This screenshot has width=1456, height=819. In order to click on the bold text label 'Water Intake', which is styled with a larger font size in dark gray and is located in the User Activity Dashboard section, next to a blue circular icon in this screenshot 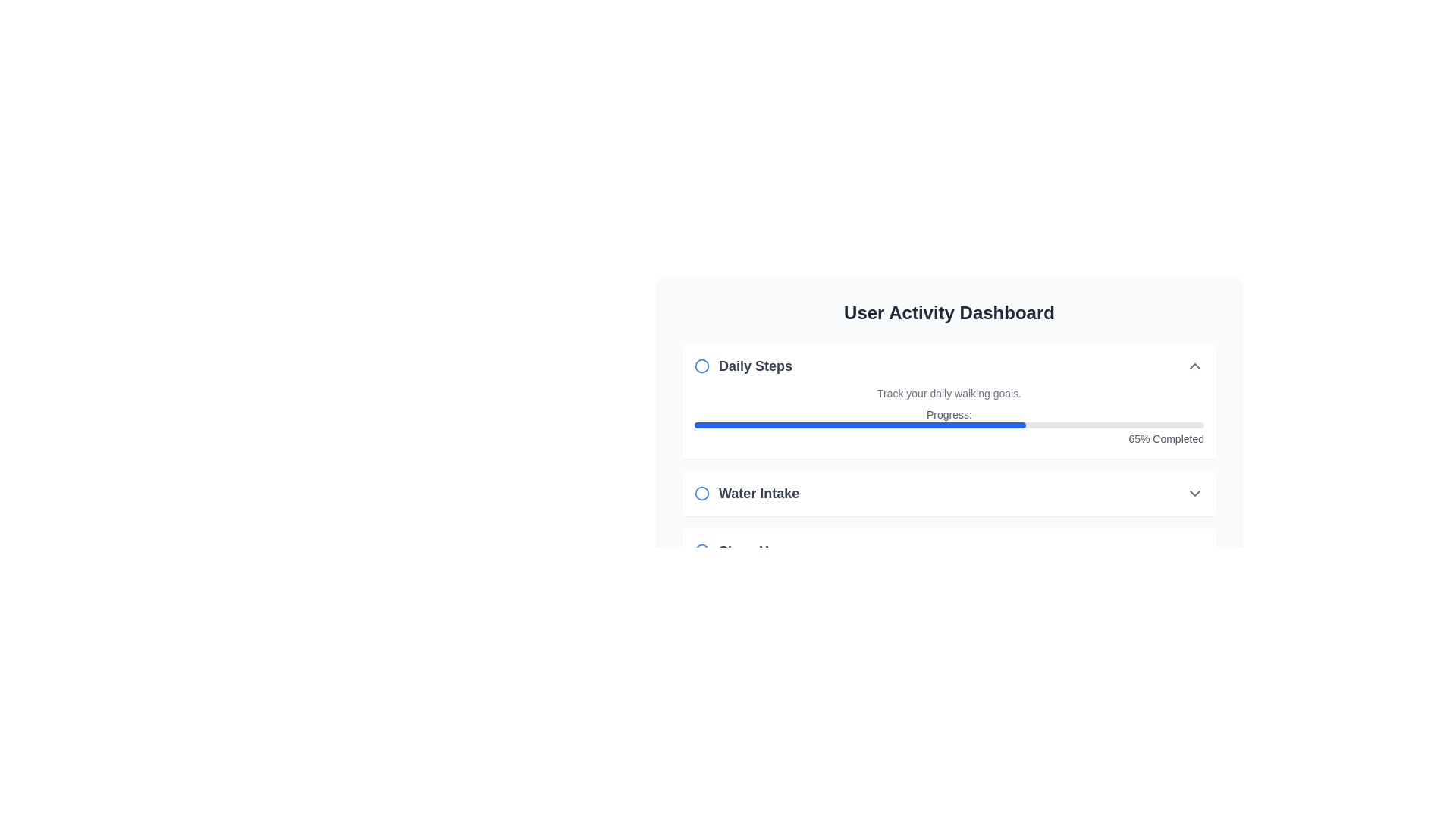, I will do `click(759, 494)`.